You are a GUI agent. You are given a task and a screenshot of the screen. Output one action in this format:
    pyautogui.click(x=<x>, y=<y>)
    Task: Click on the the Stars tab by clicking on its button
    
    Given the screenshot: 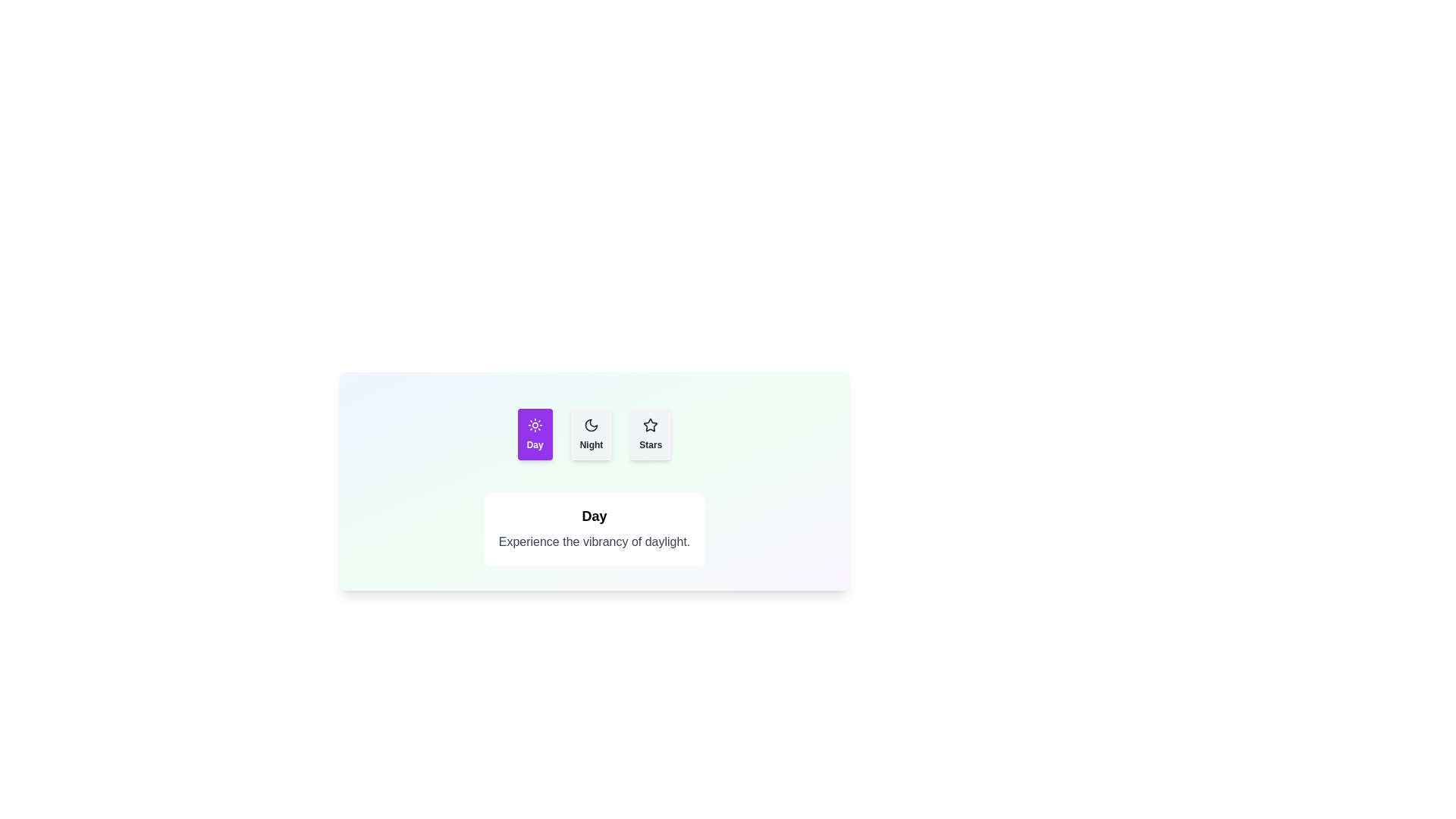 What is the action you would take?
    pyautogui.click(x=651, y=435)
    